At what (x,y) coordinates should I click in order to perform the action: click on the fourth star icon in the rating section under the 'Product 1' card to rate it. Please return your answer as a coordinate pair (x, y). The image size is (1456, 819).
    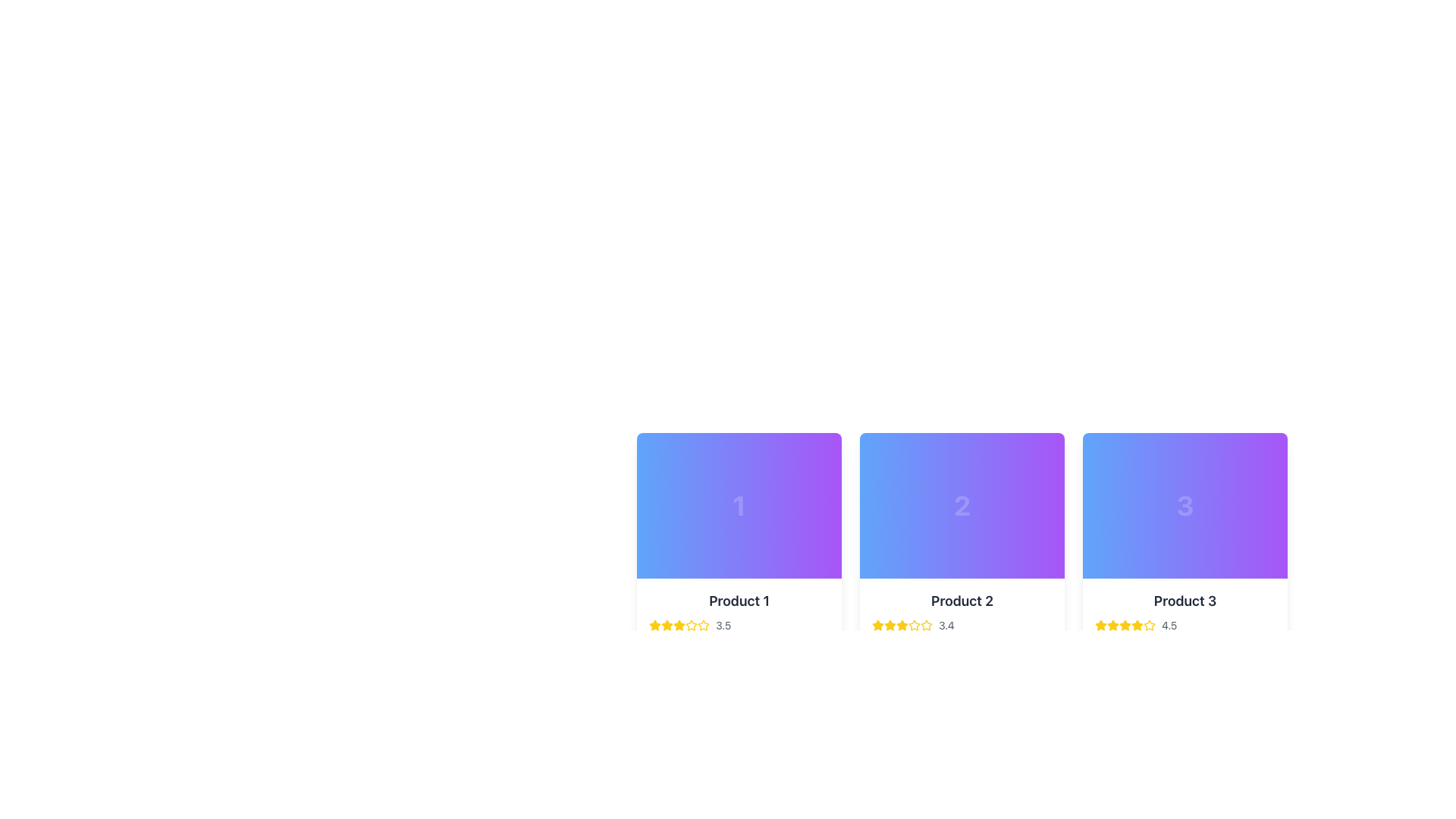
    Looking at the image, I should click on (691, 625).